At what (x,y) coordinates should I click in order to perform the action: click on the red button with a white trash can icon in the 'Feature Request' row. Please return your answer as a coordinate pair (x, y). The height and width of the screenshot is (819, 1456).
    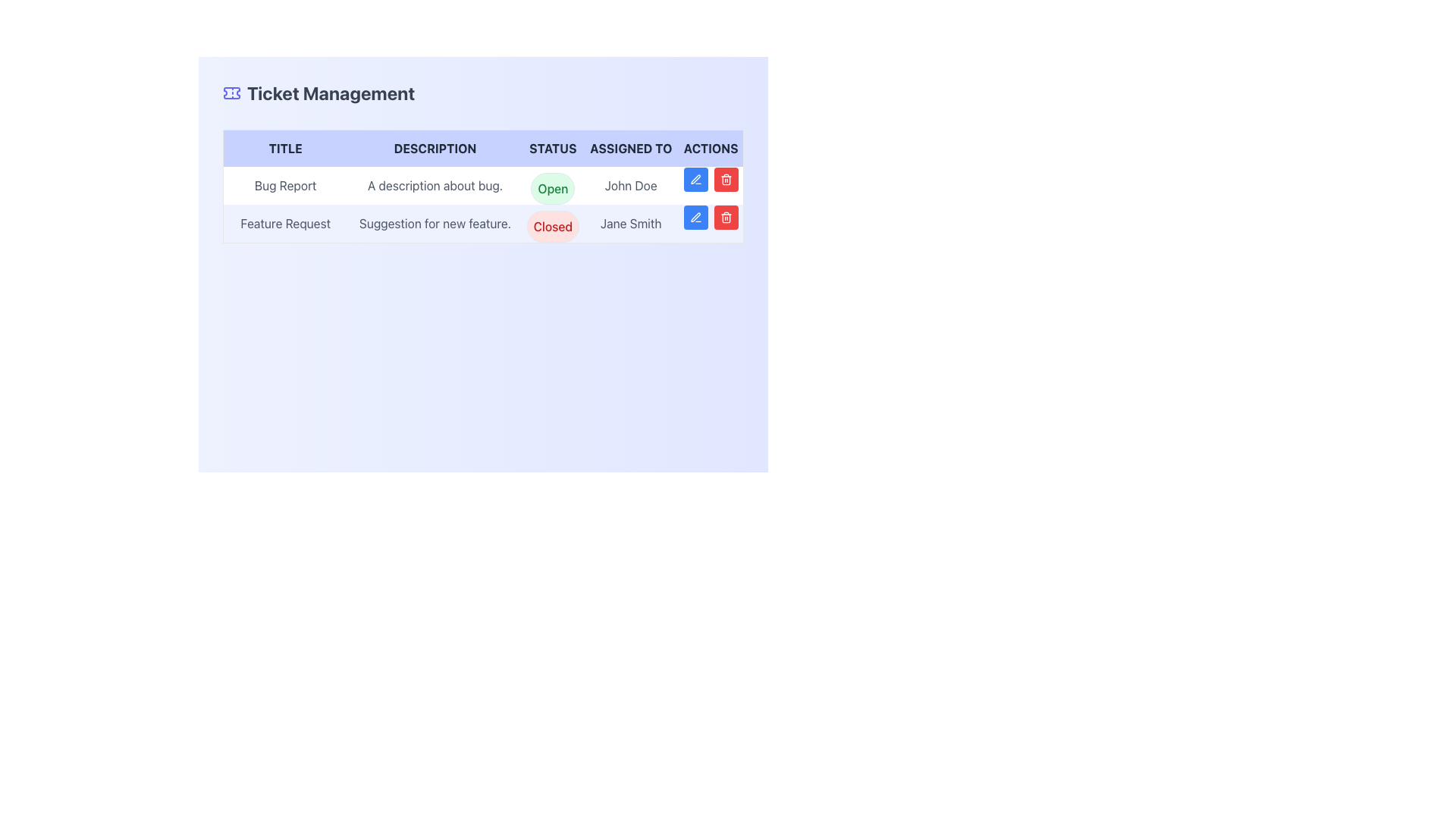
    Looking at the image, I should click on (725, 217).